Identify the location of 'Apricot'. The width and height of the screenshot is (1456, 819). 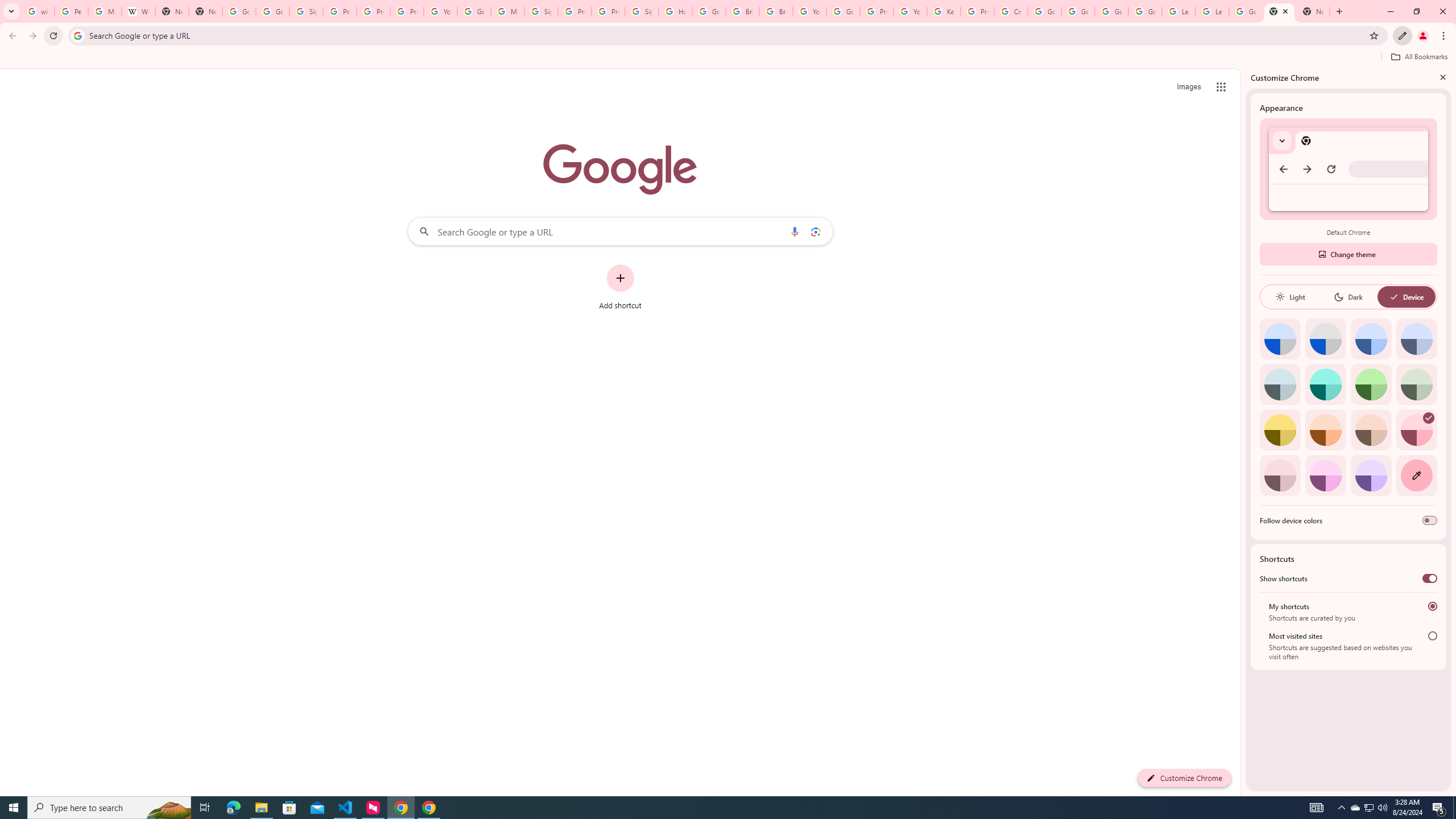
(1371, 429).